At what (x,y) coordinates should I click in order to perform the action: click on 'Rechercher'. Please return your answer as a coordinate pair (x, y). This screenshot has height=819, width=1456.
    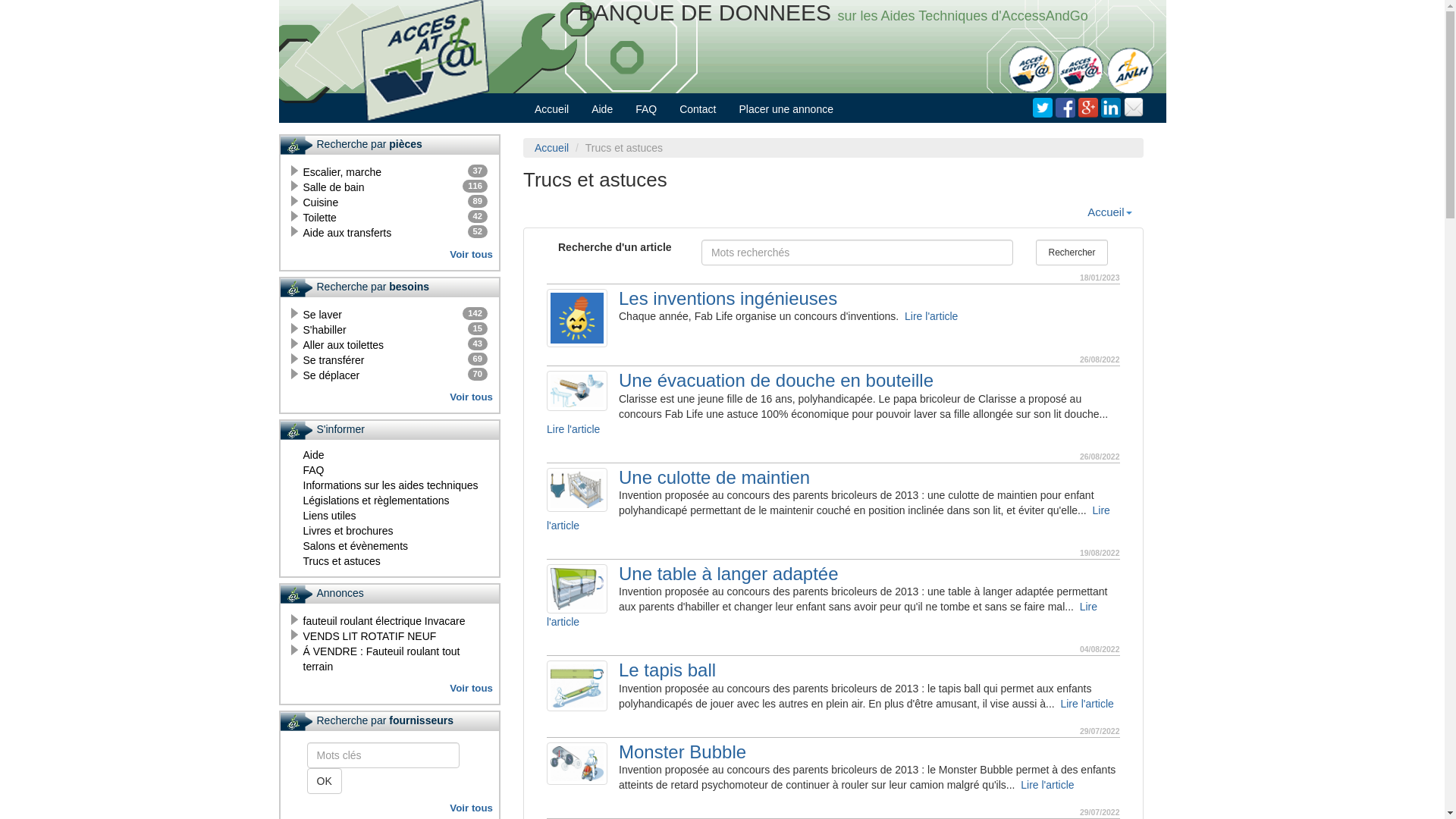
    Looking at the image, I should click on (1072, 251).